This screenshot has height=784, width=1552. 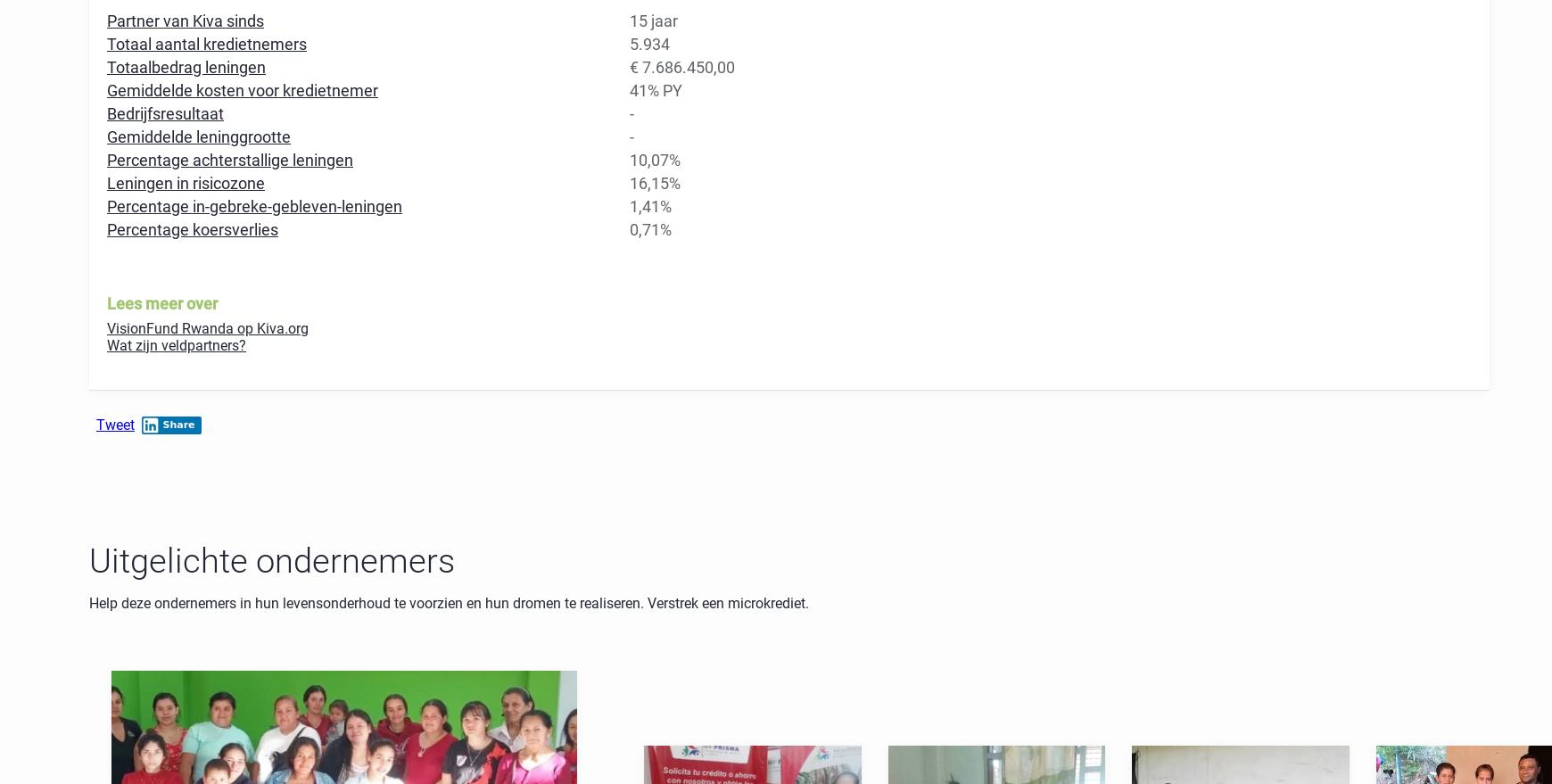 What do you see at coordinates (272, 559) in the screenshot?
I see `'Uitgelichte ondernemers'` at bounding box center [272, 559].